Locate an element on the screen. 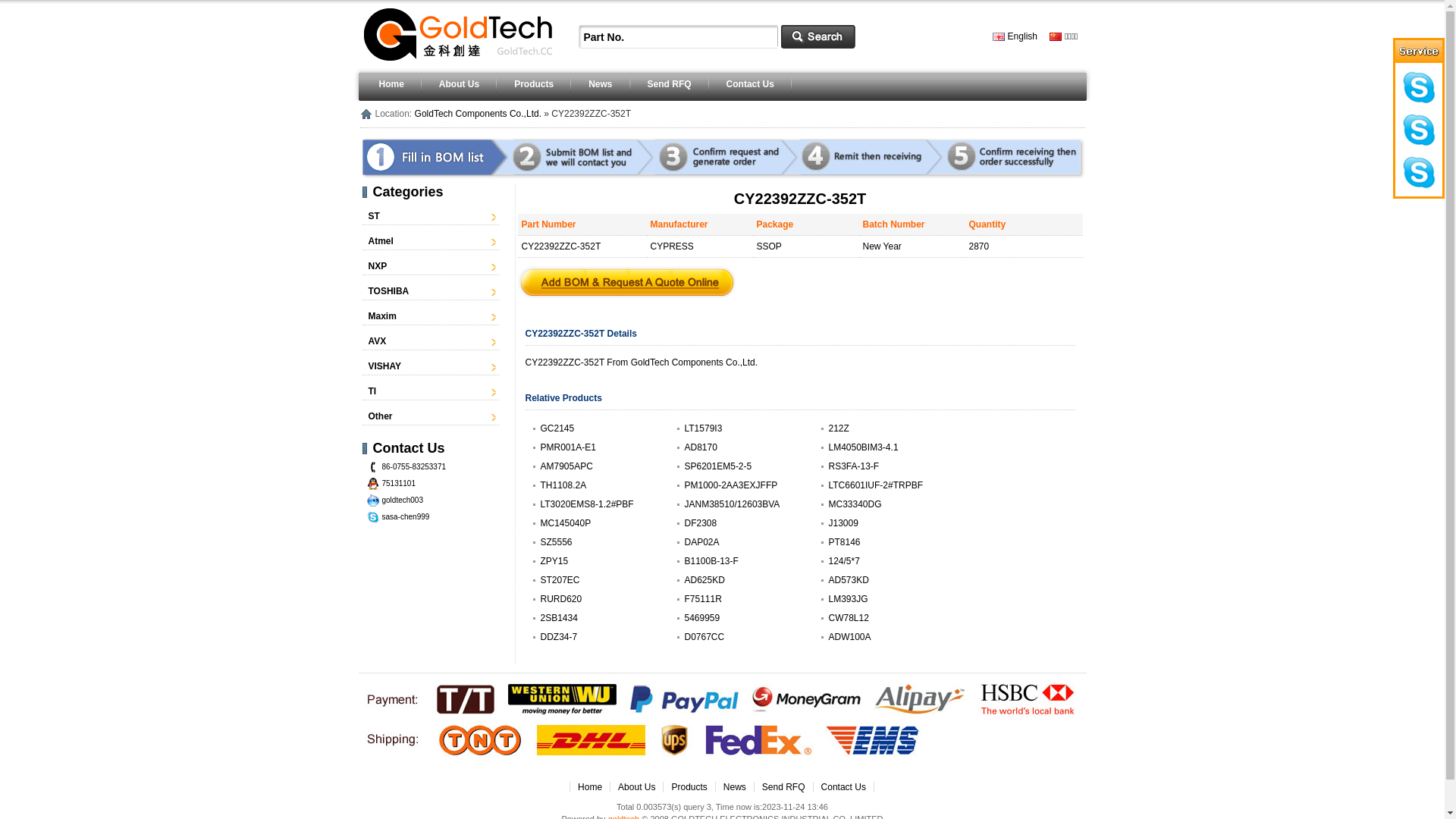 This screenshot has height=819, width=1456. 'English' is located at coordinates (993, 36).